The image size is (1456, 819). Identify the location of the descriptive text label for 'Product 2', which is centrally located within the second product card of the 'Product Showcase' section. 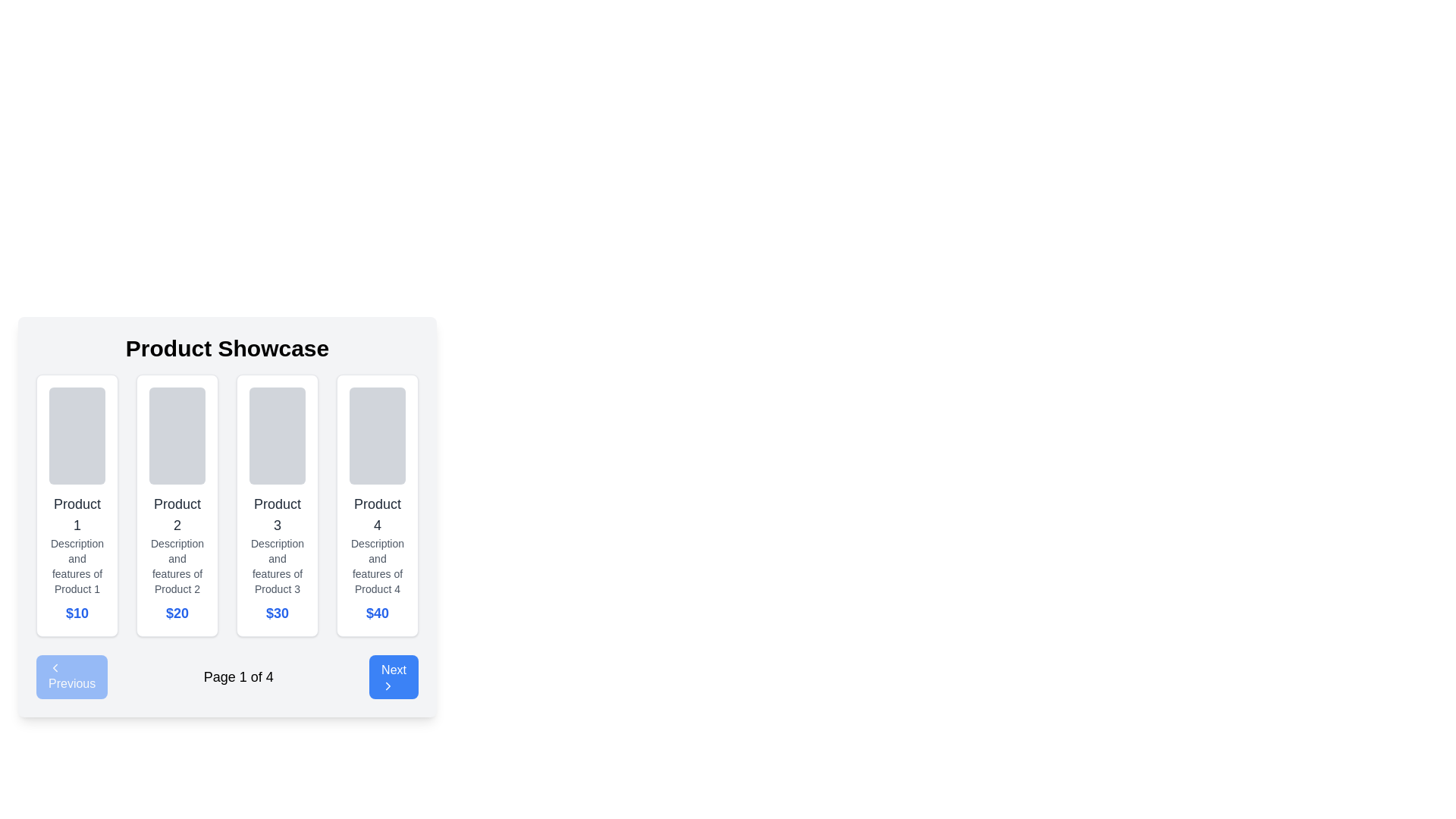
(177, 566).